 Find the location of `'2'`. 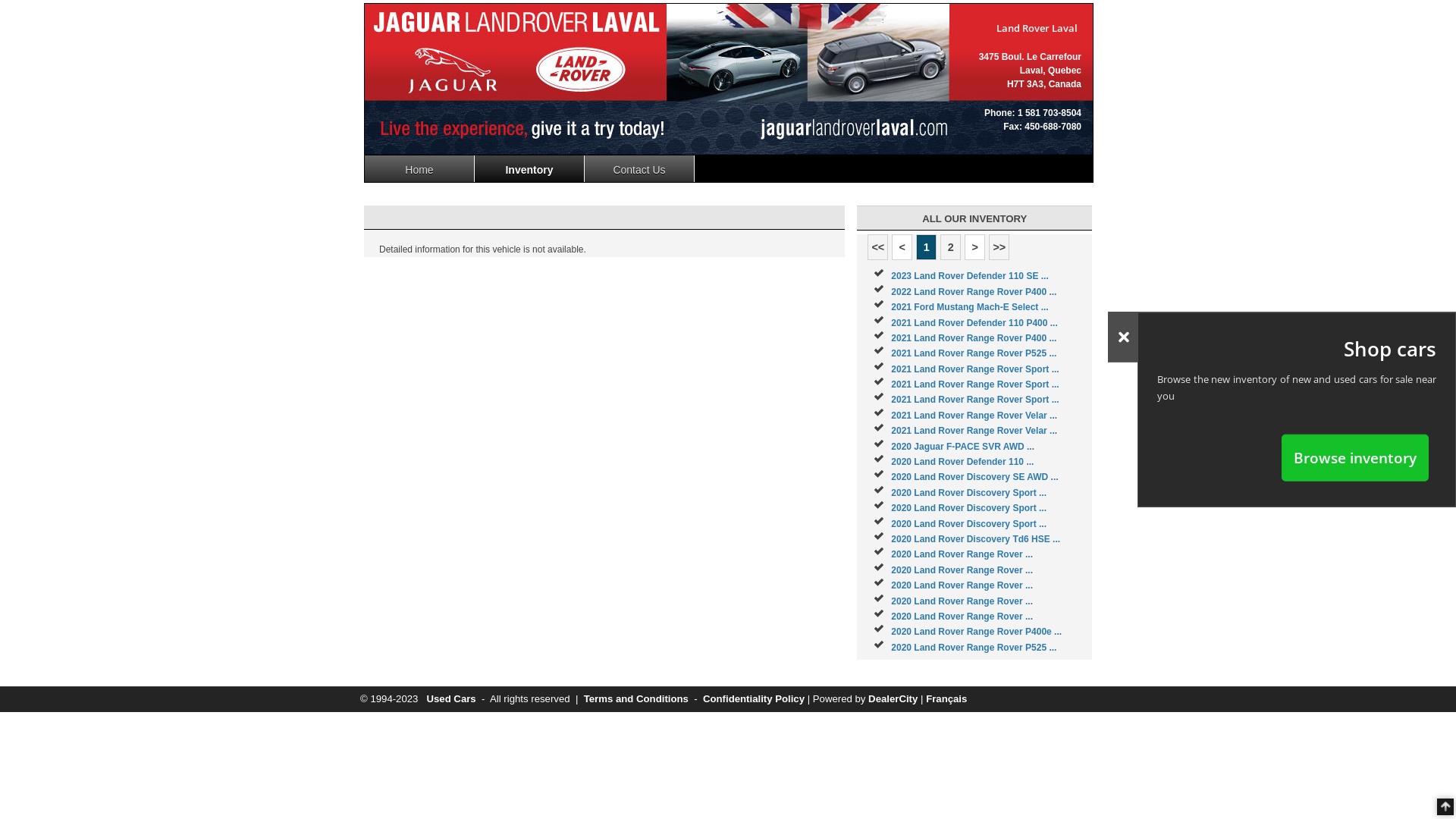

'2' is located at coordinates (949, 246).